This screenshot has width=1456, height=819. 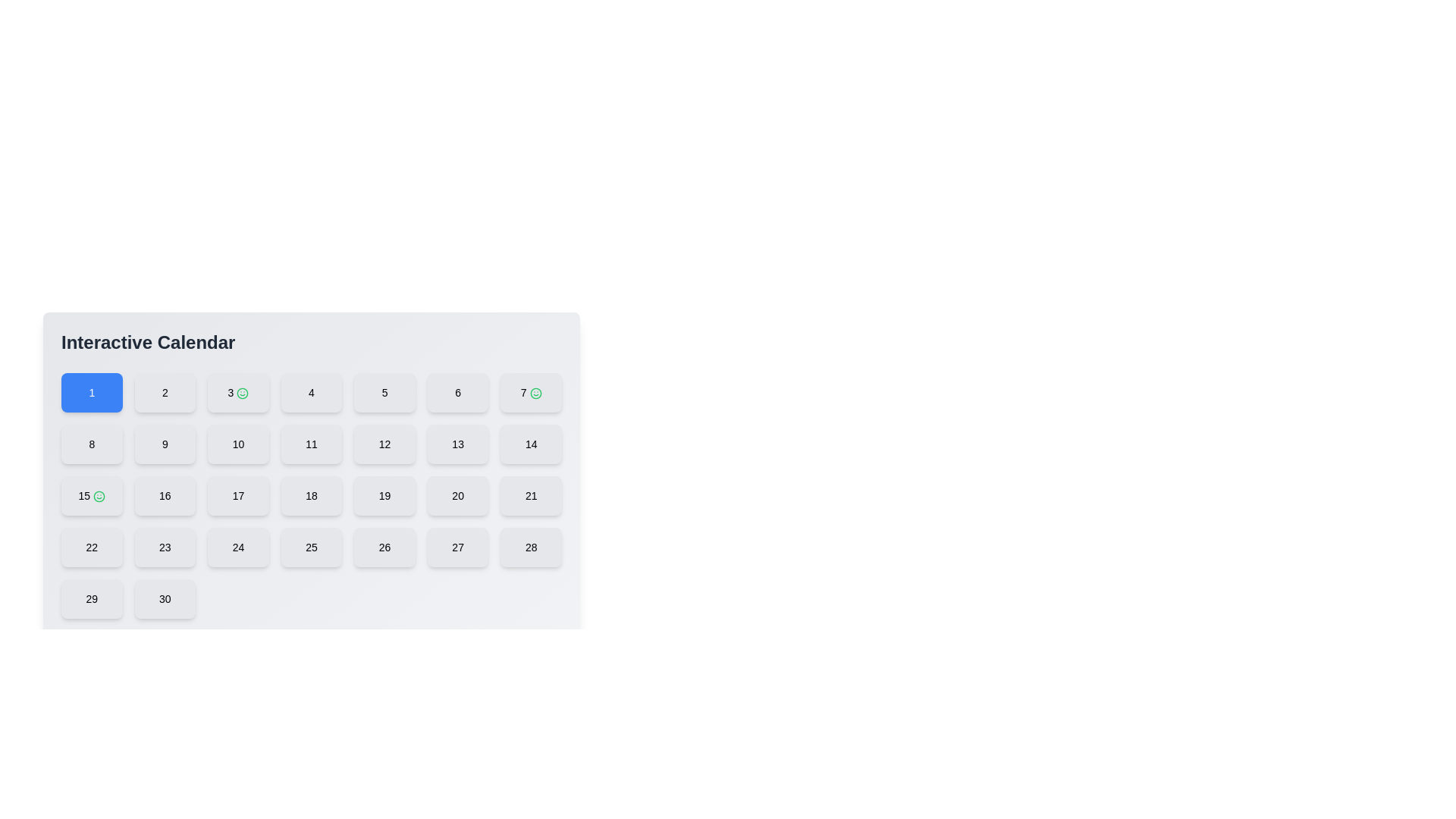 I want to click on the button labeled '18' with a light gray background, so click(x=311, y=496).